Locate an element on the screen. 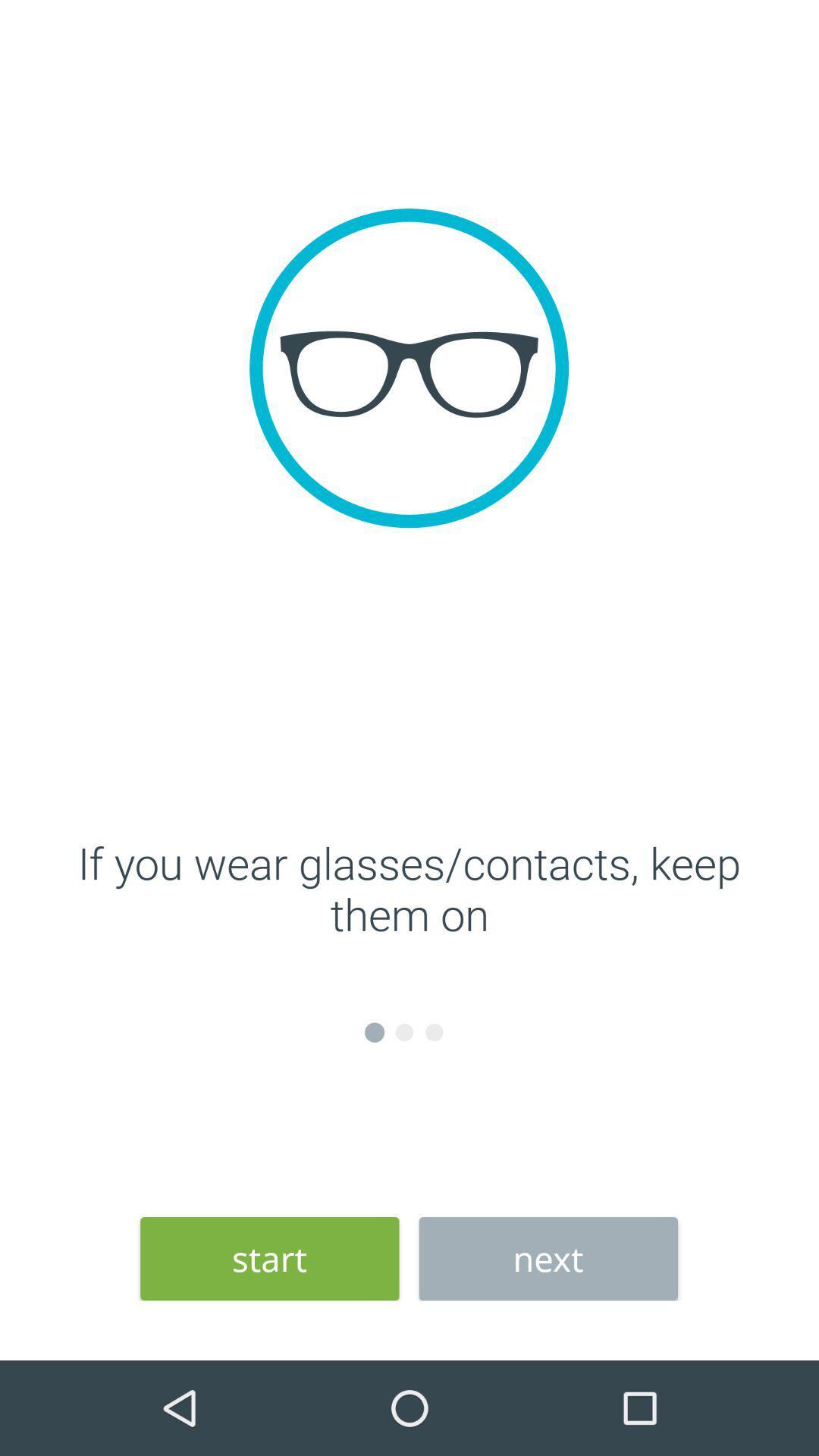  icon to the left of next is located at coordinates (268, 1259).